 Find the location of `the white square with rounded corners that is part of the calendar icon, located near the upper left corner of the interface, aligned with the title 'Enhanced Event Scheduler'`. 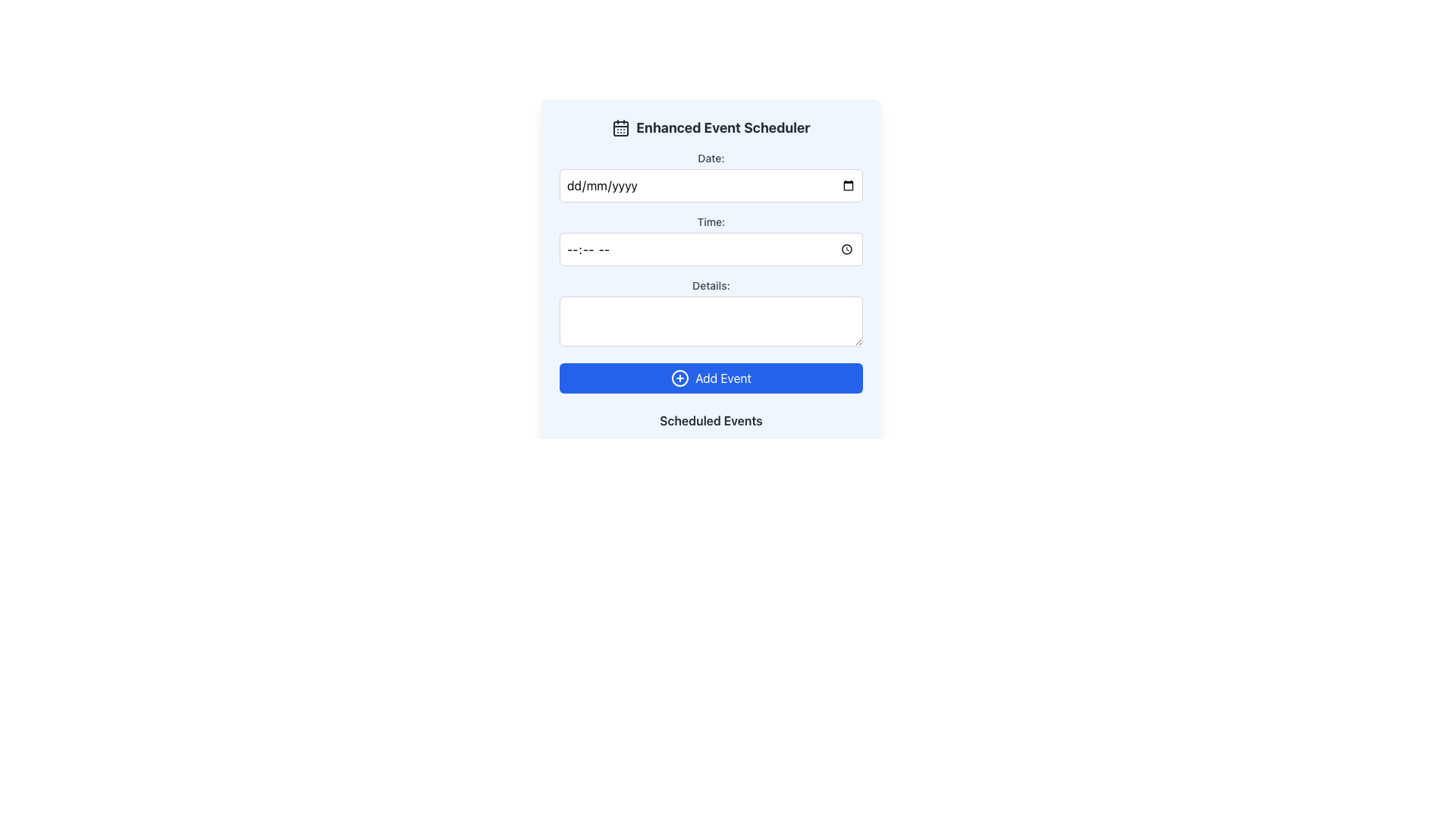

the white square with rounded corners that is part of the calendar icon, located near the upper left corner of the interface, aligned with the title 'Enhanced Event Scheduler' is located at coordinates (621, 127).